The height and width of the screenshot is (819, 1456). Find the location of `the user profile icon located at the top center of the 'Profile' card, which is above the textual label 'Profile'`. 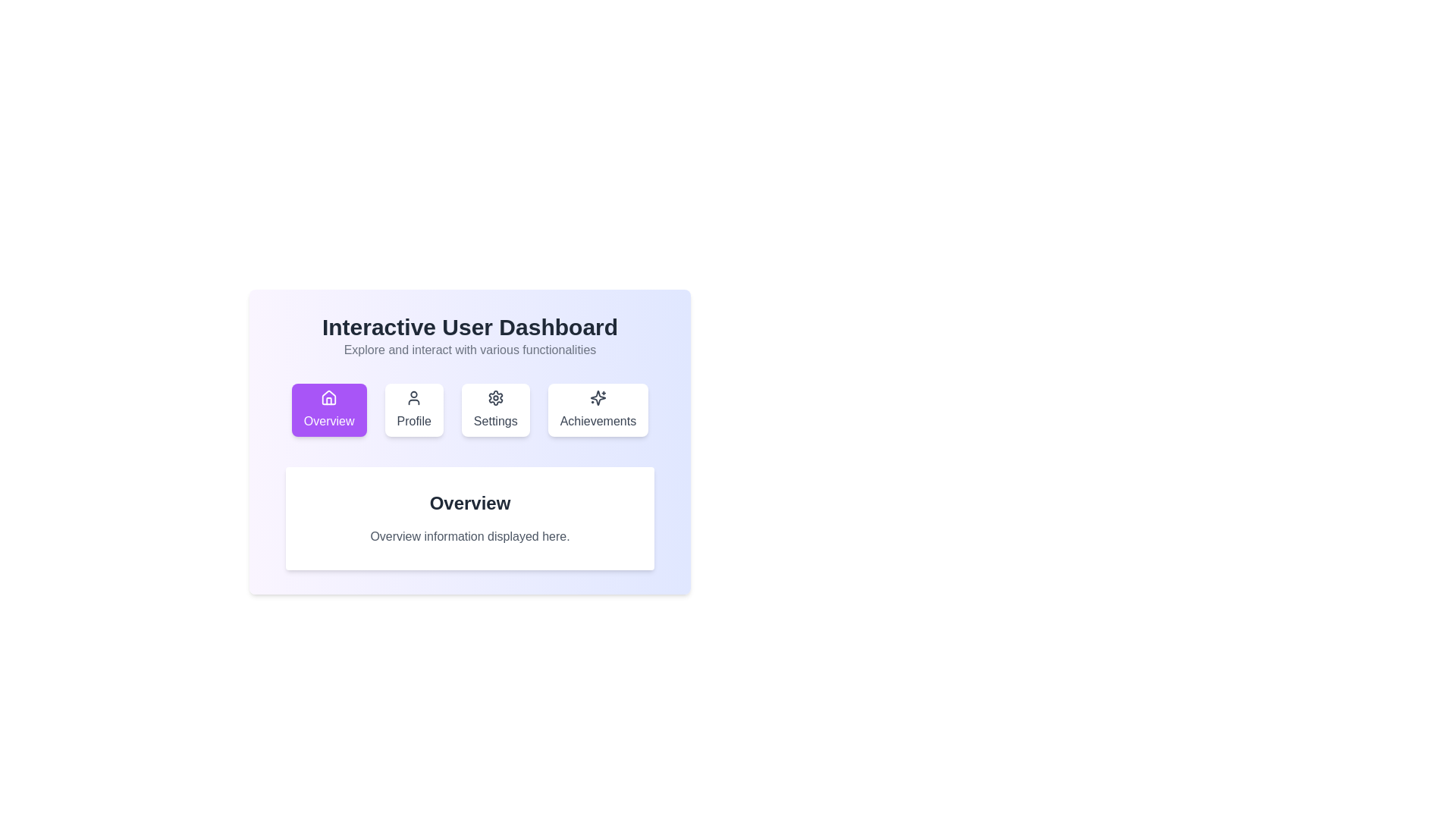

the user profile icon located at the top center of the 'Profile' card, which is above the textual label 'Profile' is located at coordinates (414, 397).